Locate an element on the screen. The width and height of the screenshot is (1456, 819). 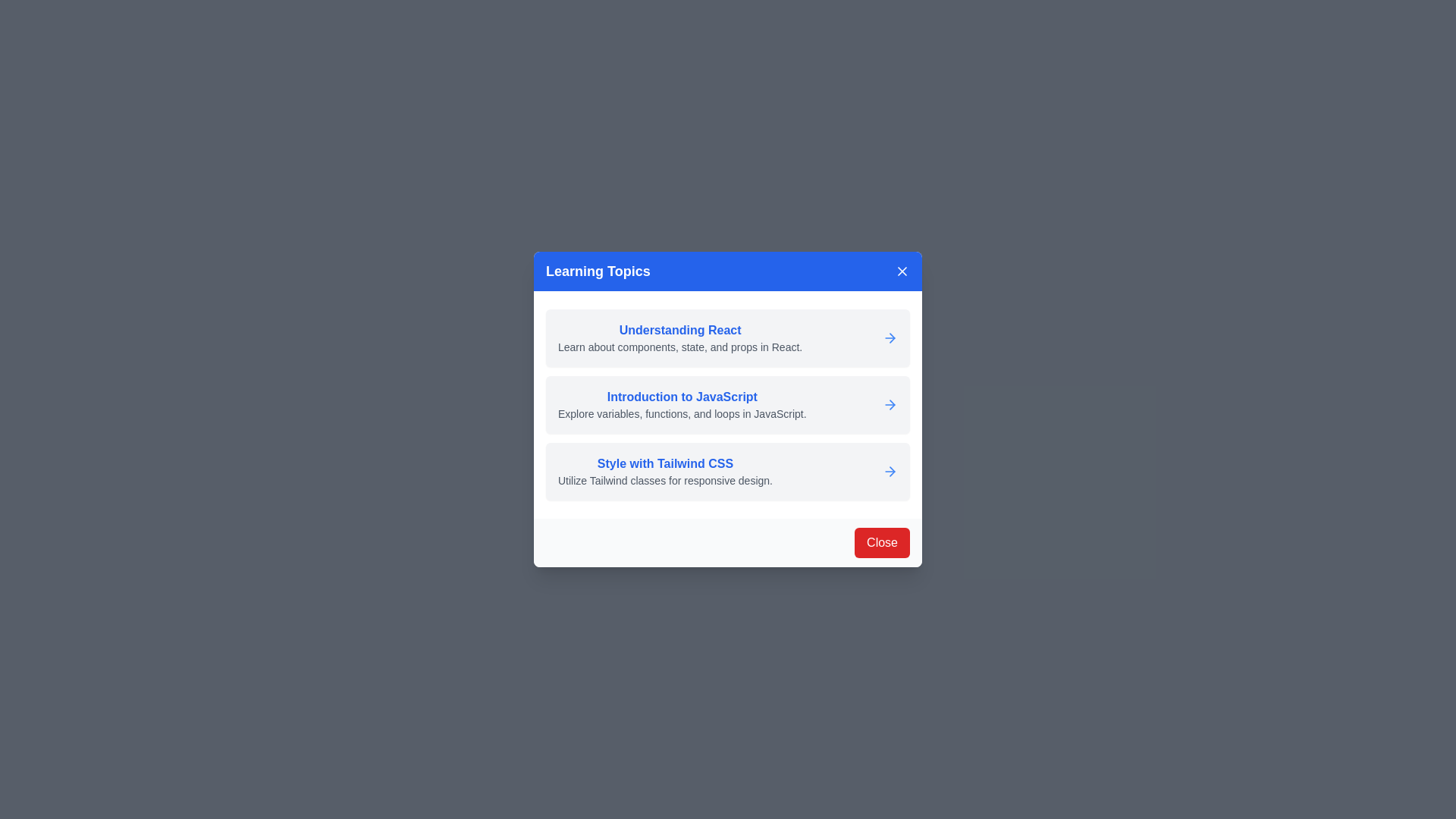
the close button icon located at the upper-right corner of the 'Learning Topics' card to trigger the tooltip is located at coordinates (902, 271).